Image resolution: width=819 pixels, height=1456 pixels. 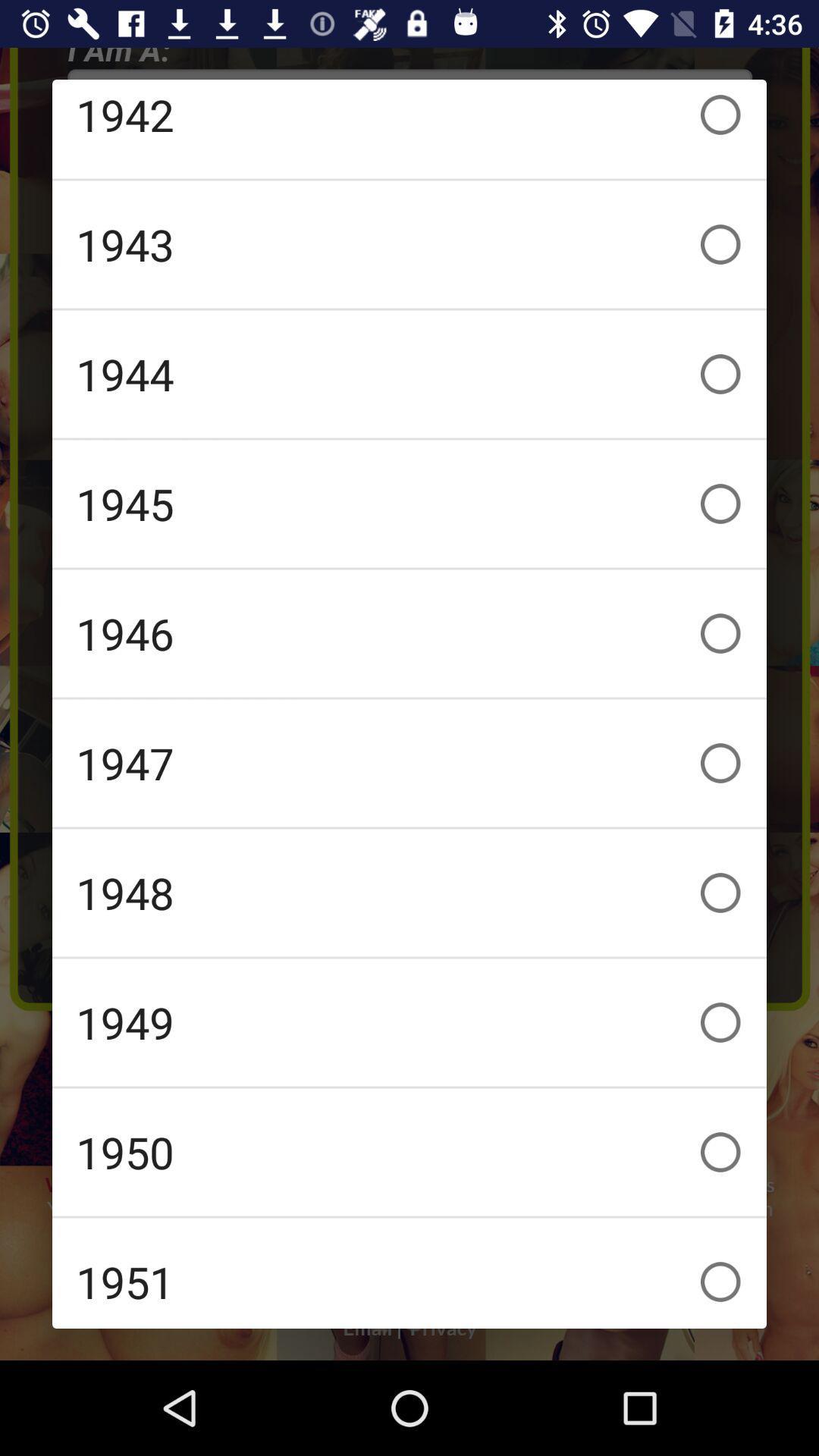 What do you see at coordinates (409, 504) in the screenshot?
I see `the checkbox below 1944 item` at bounding box center [409, 504].